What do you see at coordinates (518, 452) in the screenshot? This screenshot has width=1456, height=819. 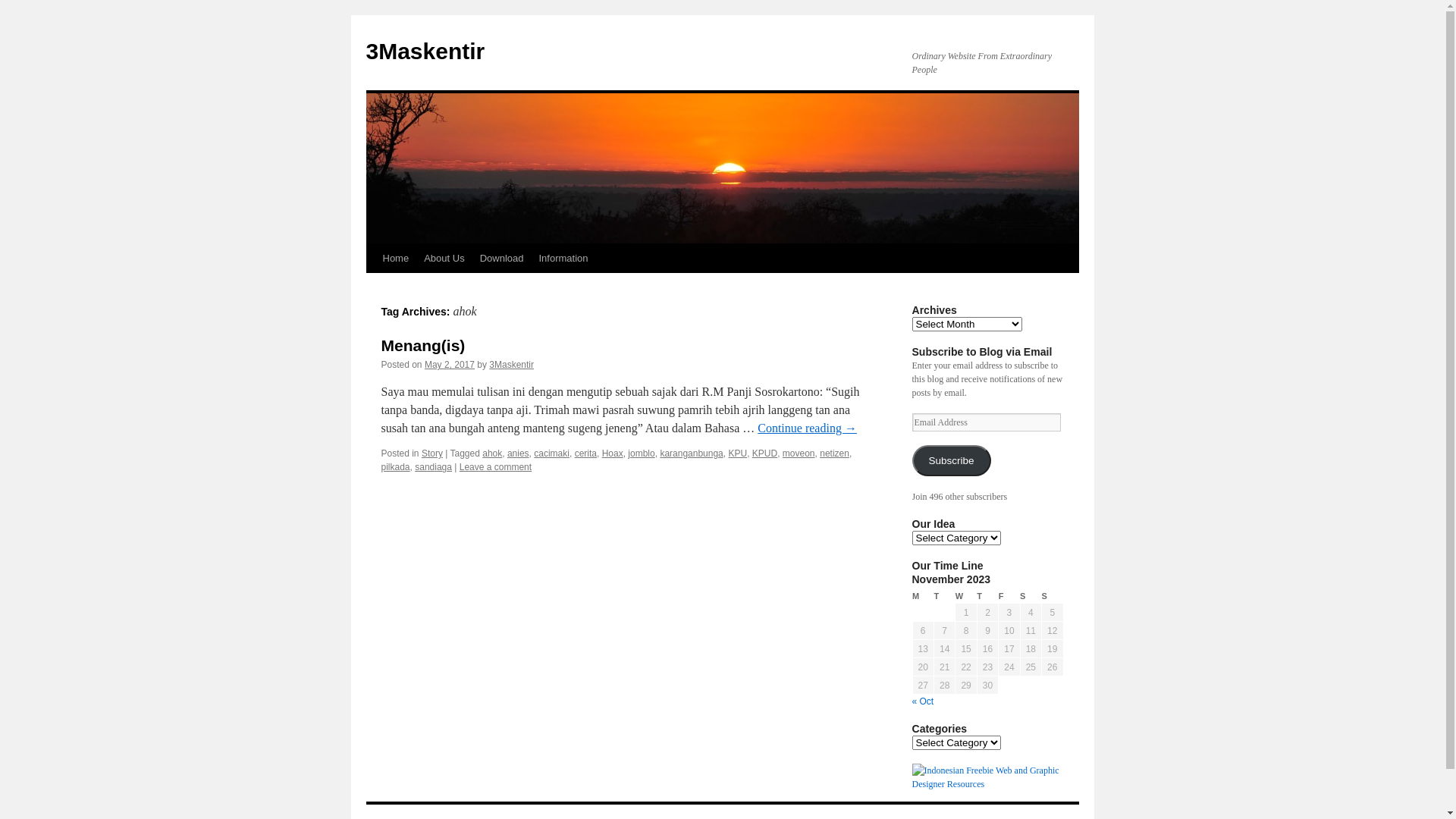 I see `'anies'` at bounding box center [518, 452].